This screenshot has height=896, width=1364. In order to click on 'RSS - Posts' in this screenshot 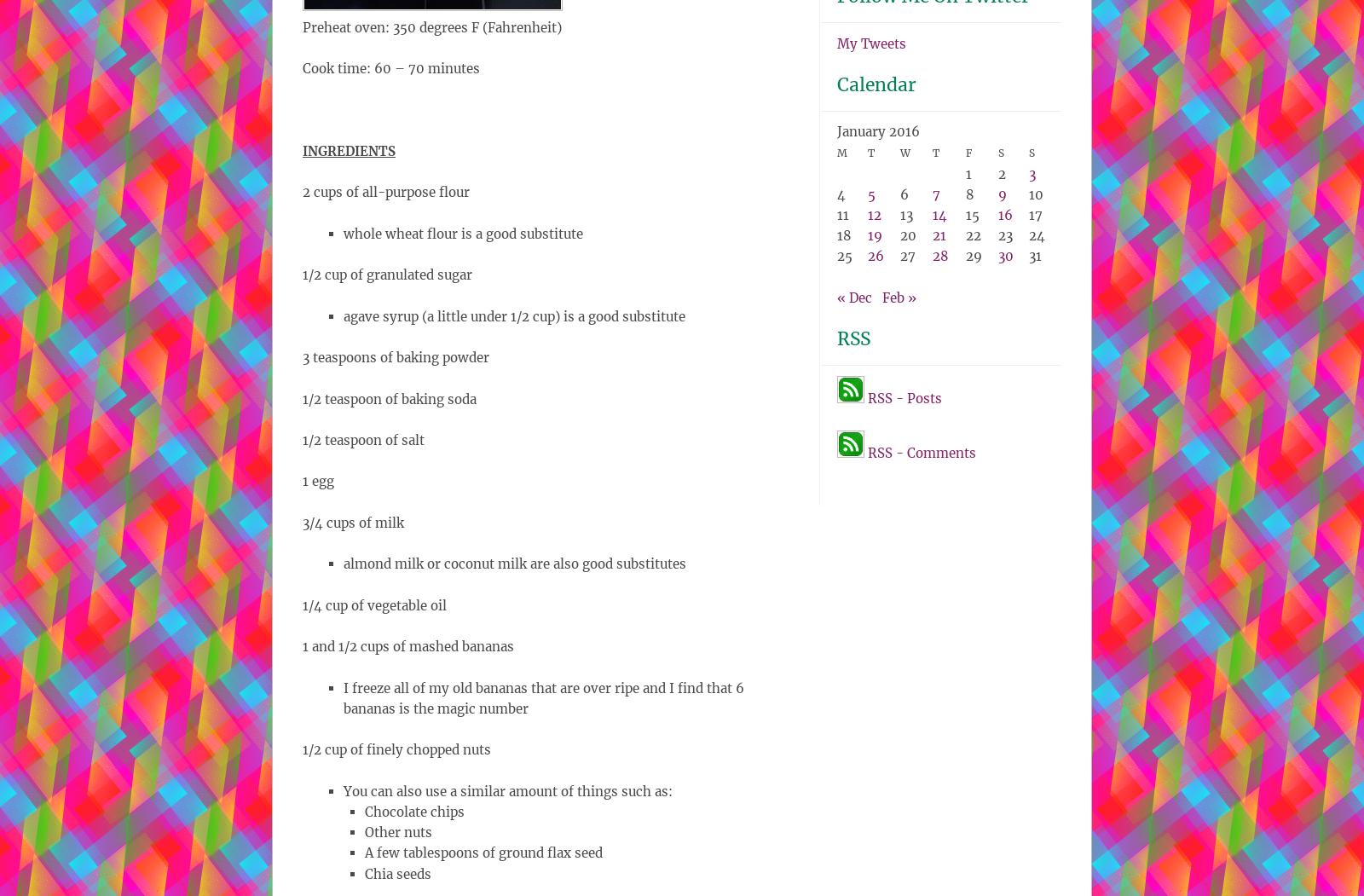, I will do `click(904, 397)`.